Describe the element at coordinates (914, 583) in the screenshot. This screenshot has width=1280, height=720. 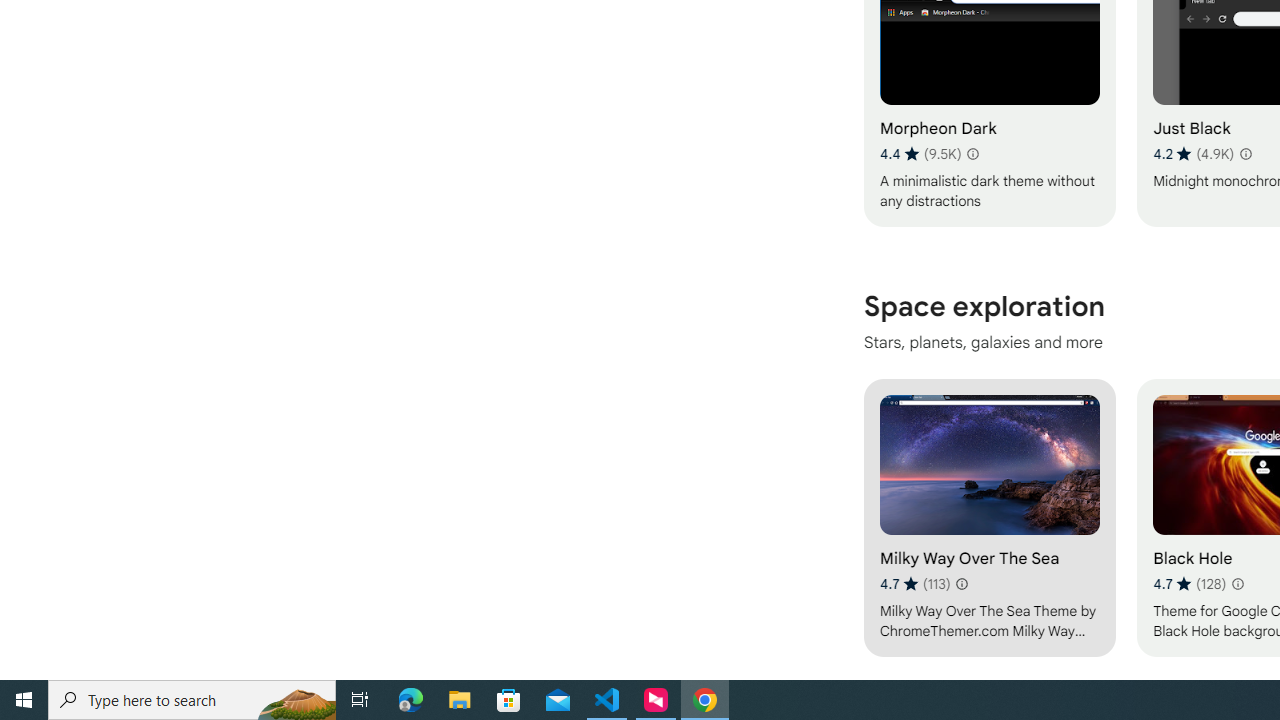
I see `'Average rating 4.7 out of 5 stars. 113 ratings.'` at that location.